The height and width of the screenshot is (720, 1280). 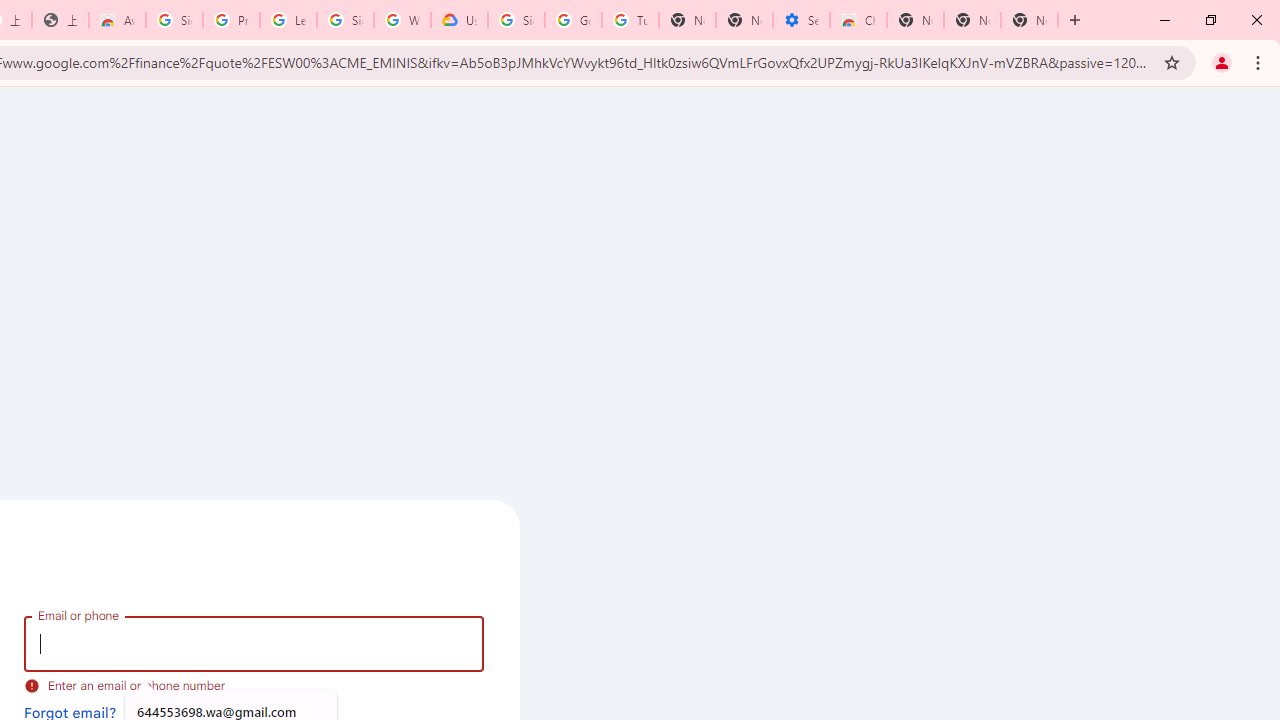 What do you see at coordinates (1029, 20) in the screenshot?
I see `'New Tab'` at bounding box center [1029, 20].